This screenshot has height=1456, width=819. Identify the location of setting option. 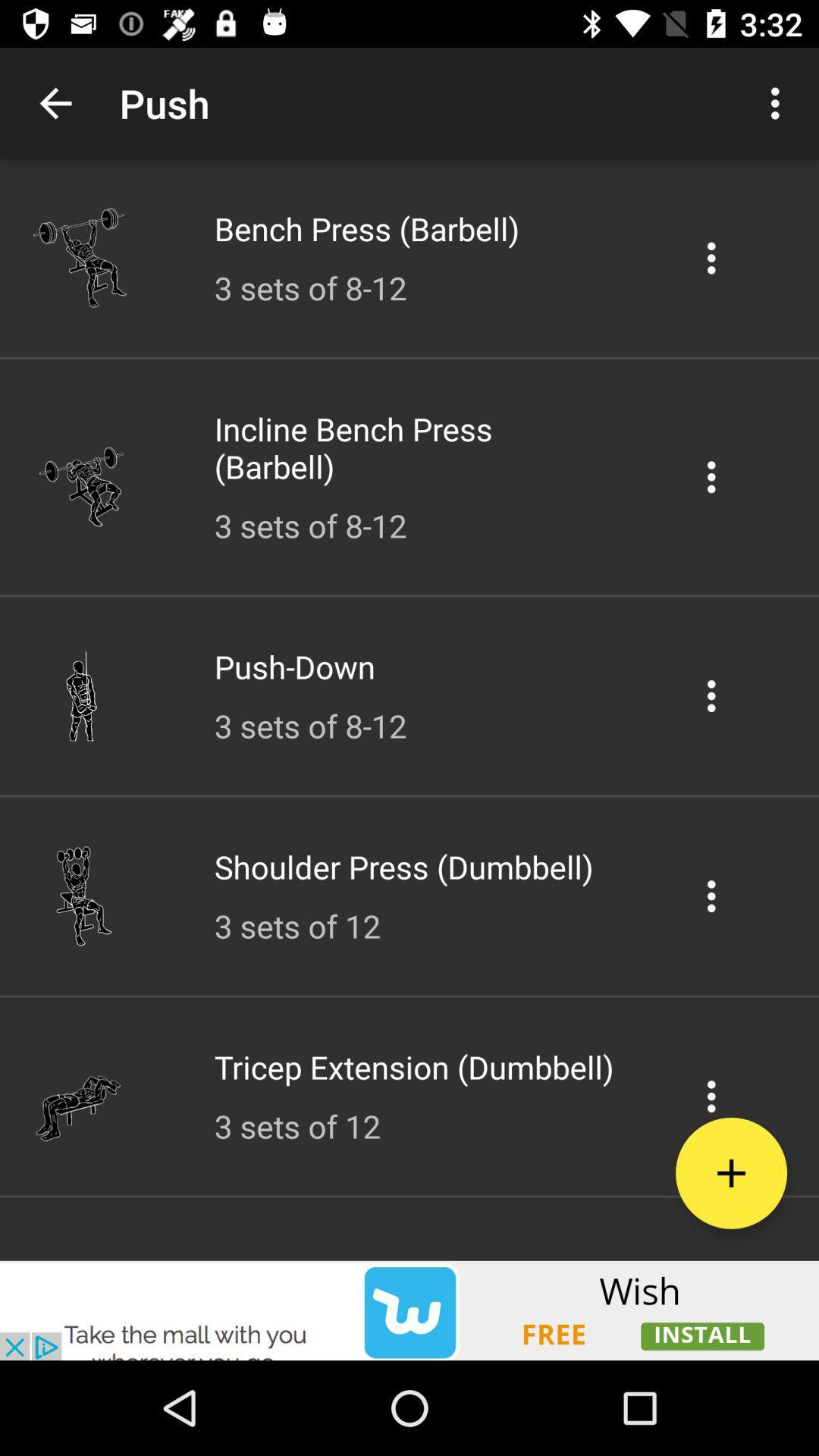
(711, 476).